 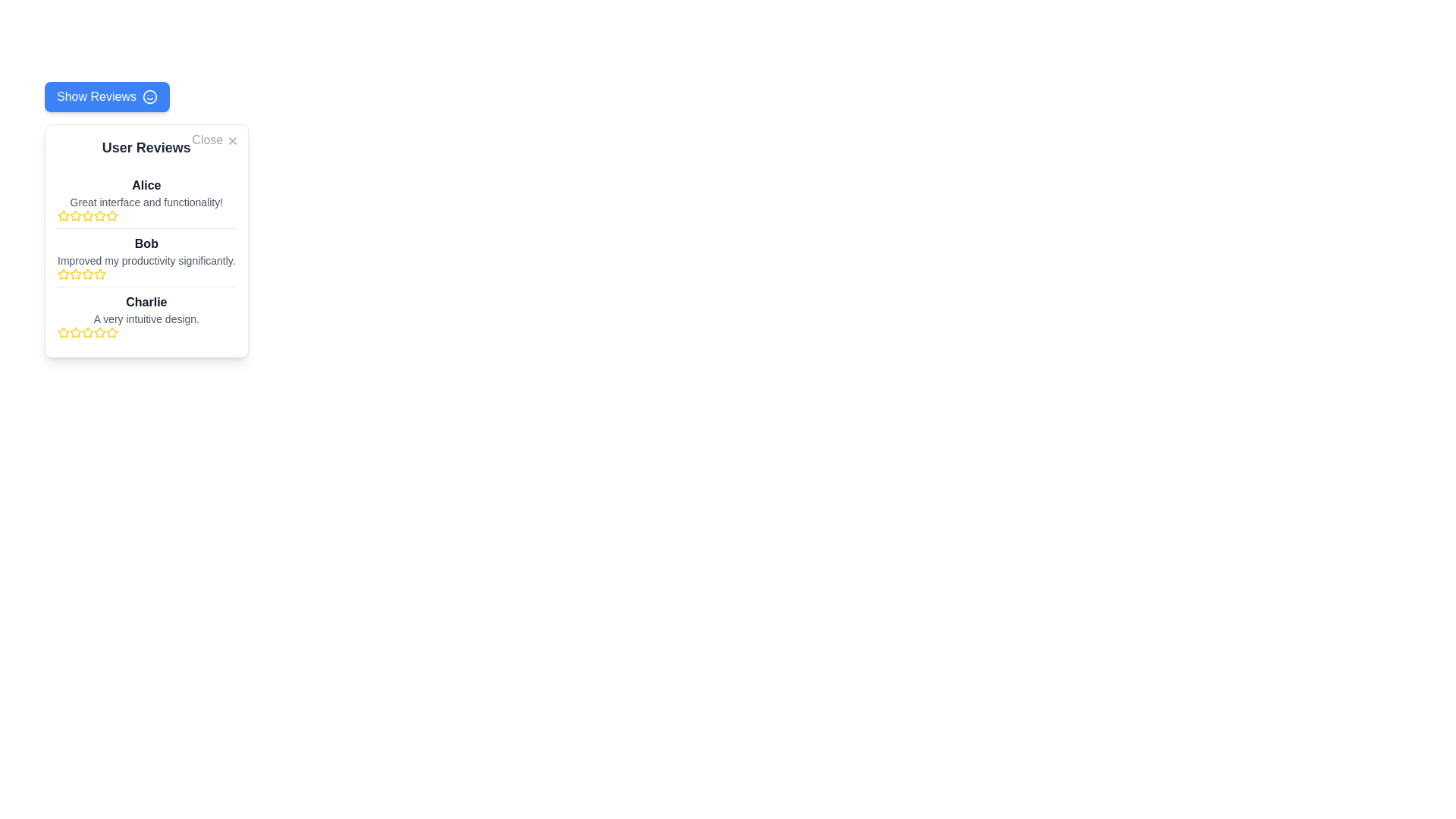 What do you see at coordinates (231, 140) in the screenshot?
I see `the 'X' cross icon with a thin gray stroke located next to the 'Close' text in the top-right corner of the 'User Reviews' card` at bounding box center [231, 140].